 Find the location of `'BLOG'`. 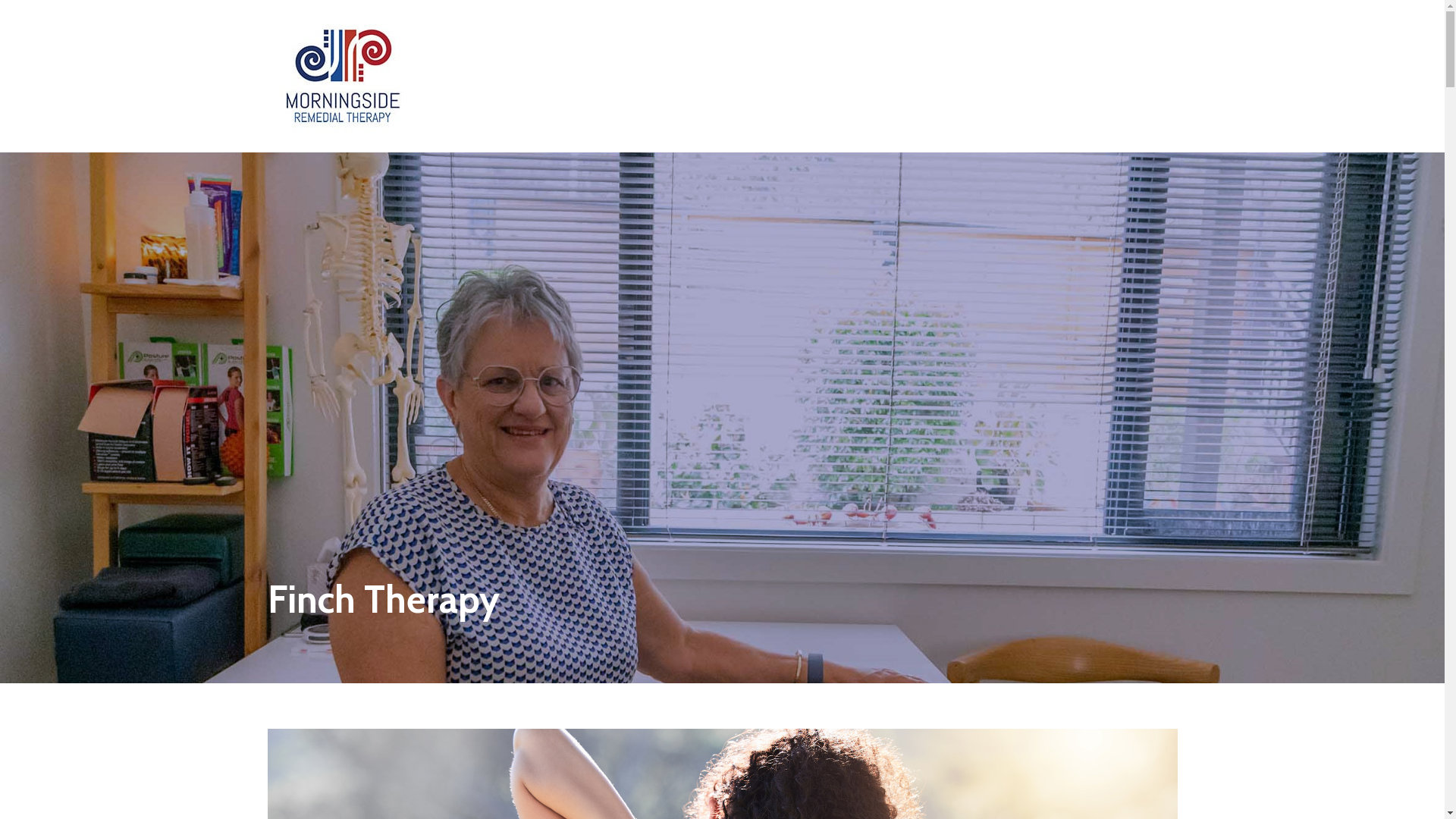

'BLOG' is located at coordinates (863, 34).